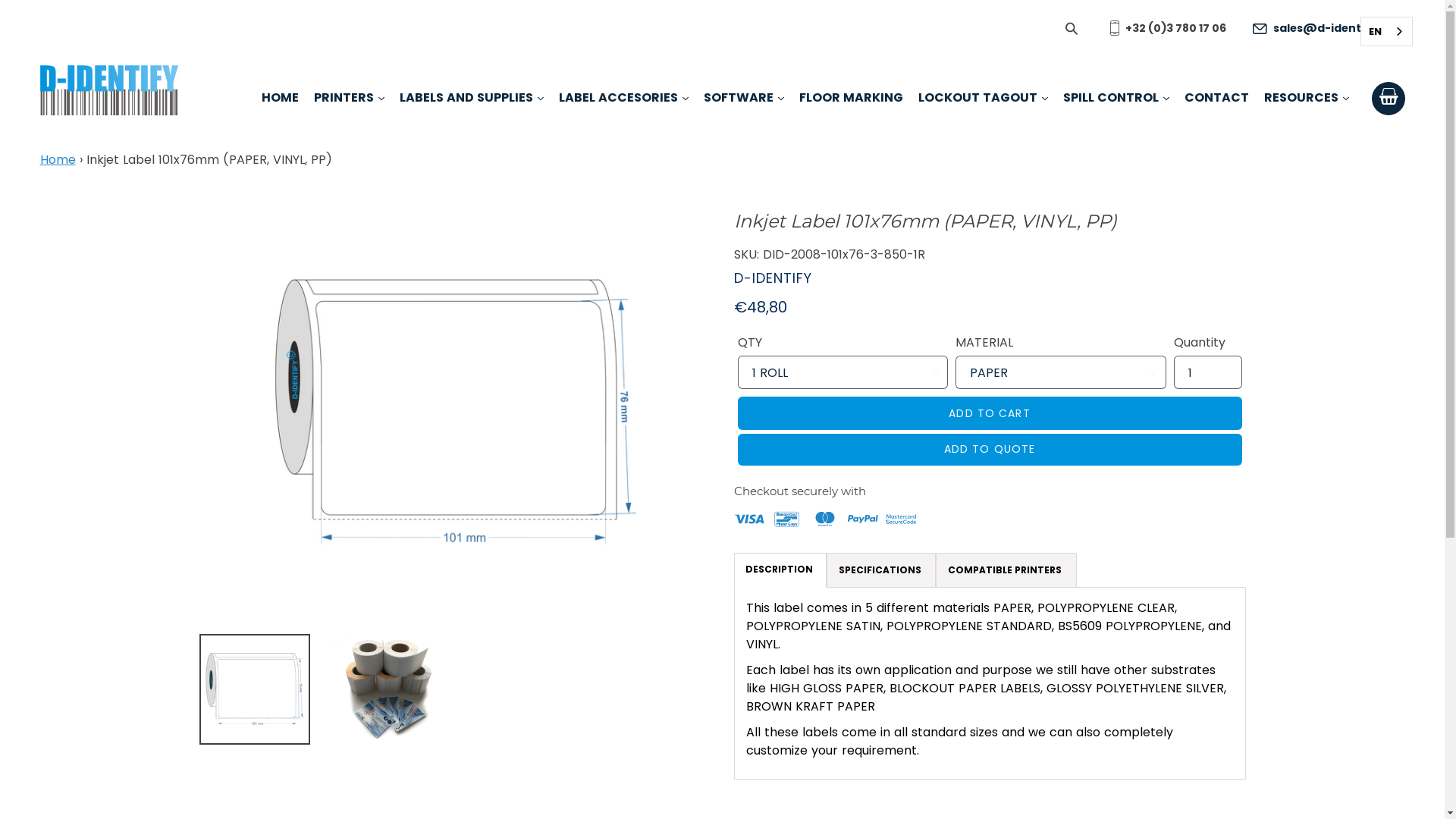  I want to click on 'CONTACT', so click(1216, 99).